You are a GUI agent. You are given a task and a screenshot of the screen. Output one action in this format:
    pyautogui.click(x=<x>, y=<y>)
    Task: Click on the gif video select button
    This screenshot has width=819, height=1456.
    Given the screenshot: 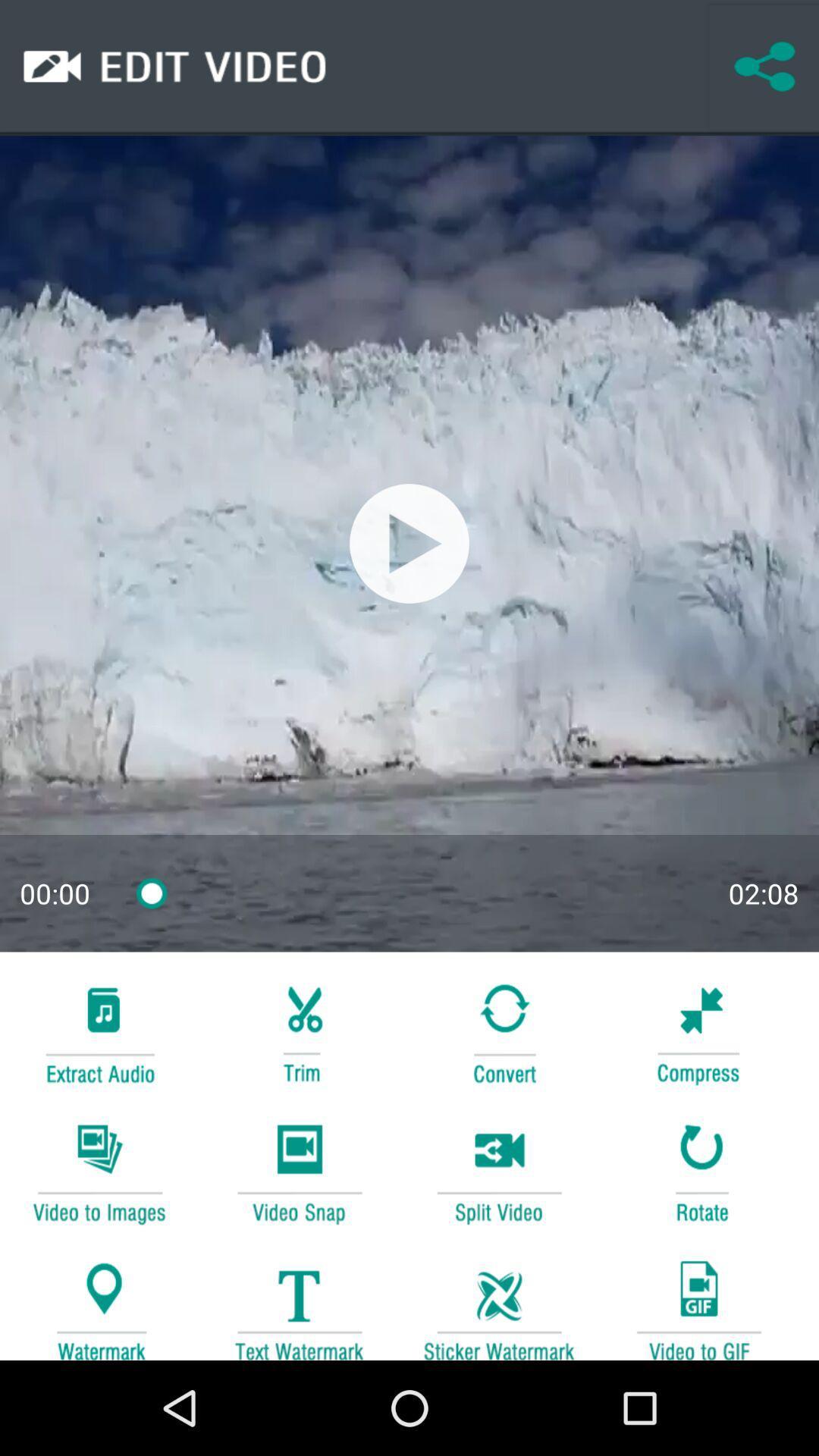 What is the action you would take?
    pyautogui.click(x=698, y=1302)
    